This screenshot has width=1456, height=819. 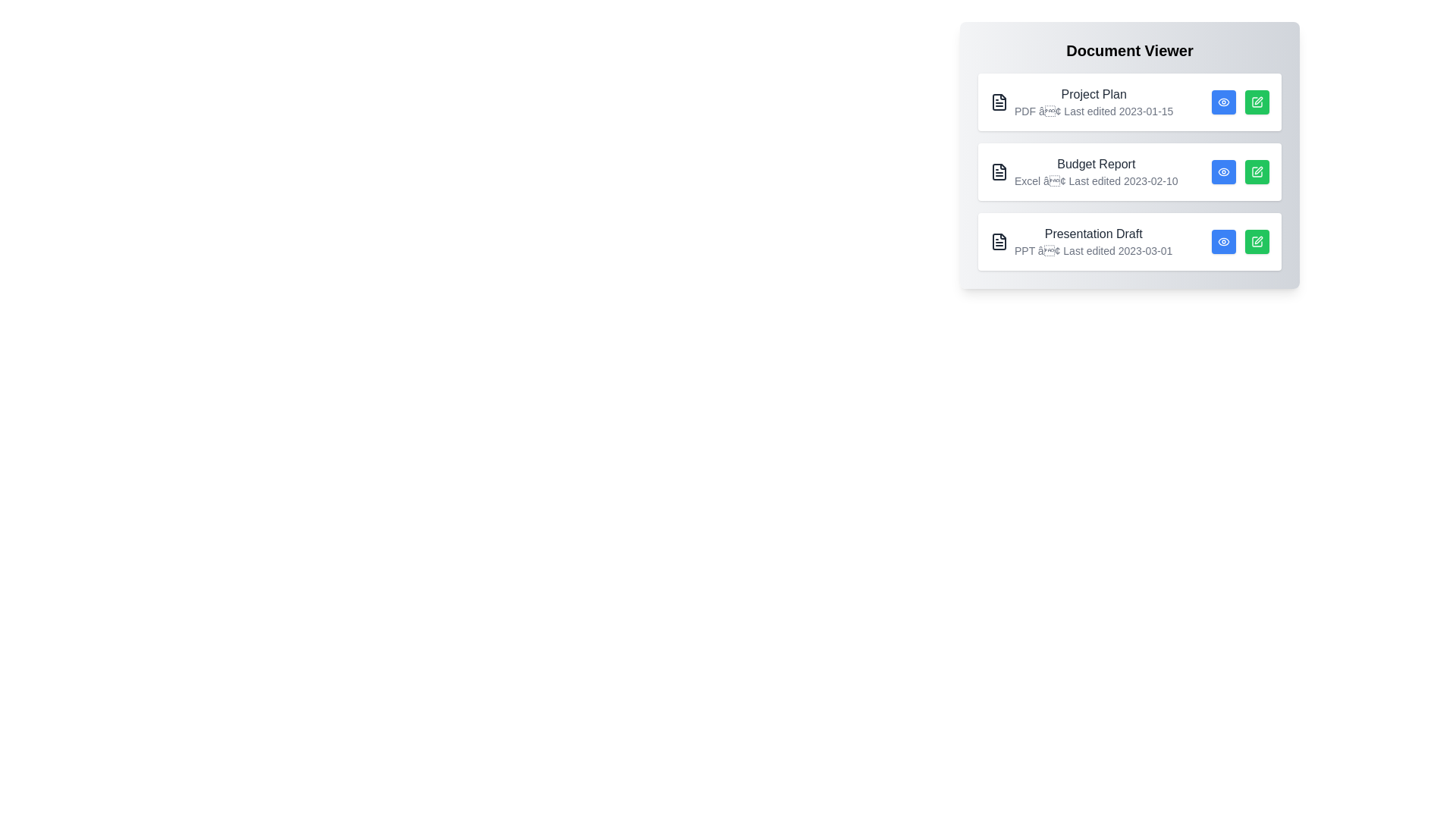 What do you see at coordinates (999, 171) in the screenshot?
I see `the icon corresponding to Budget Report to display its tooltip` at bounding box center [999, 171].